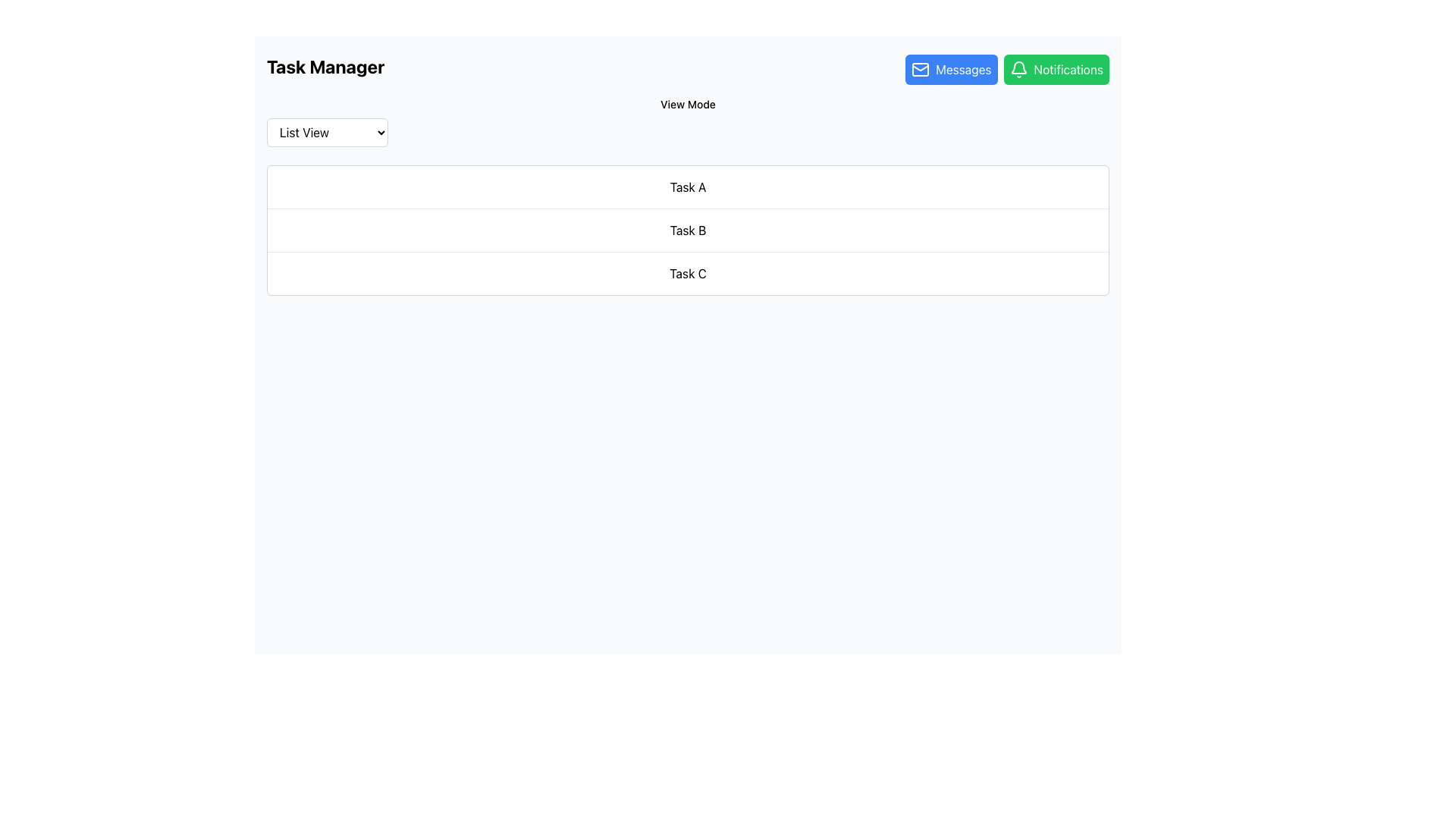 The width and height of the screenshot is (1456, 819). Describe the element at coordinates (950, 70) in the screenshot. I see `the blue button labeled 'Messages' with a white envelope icon` at that location.